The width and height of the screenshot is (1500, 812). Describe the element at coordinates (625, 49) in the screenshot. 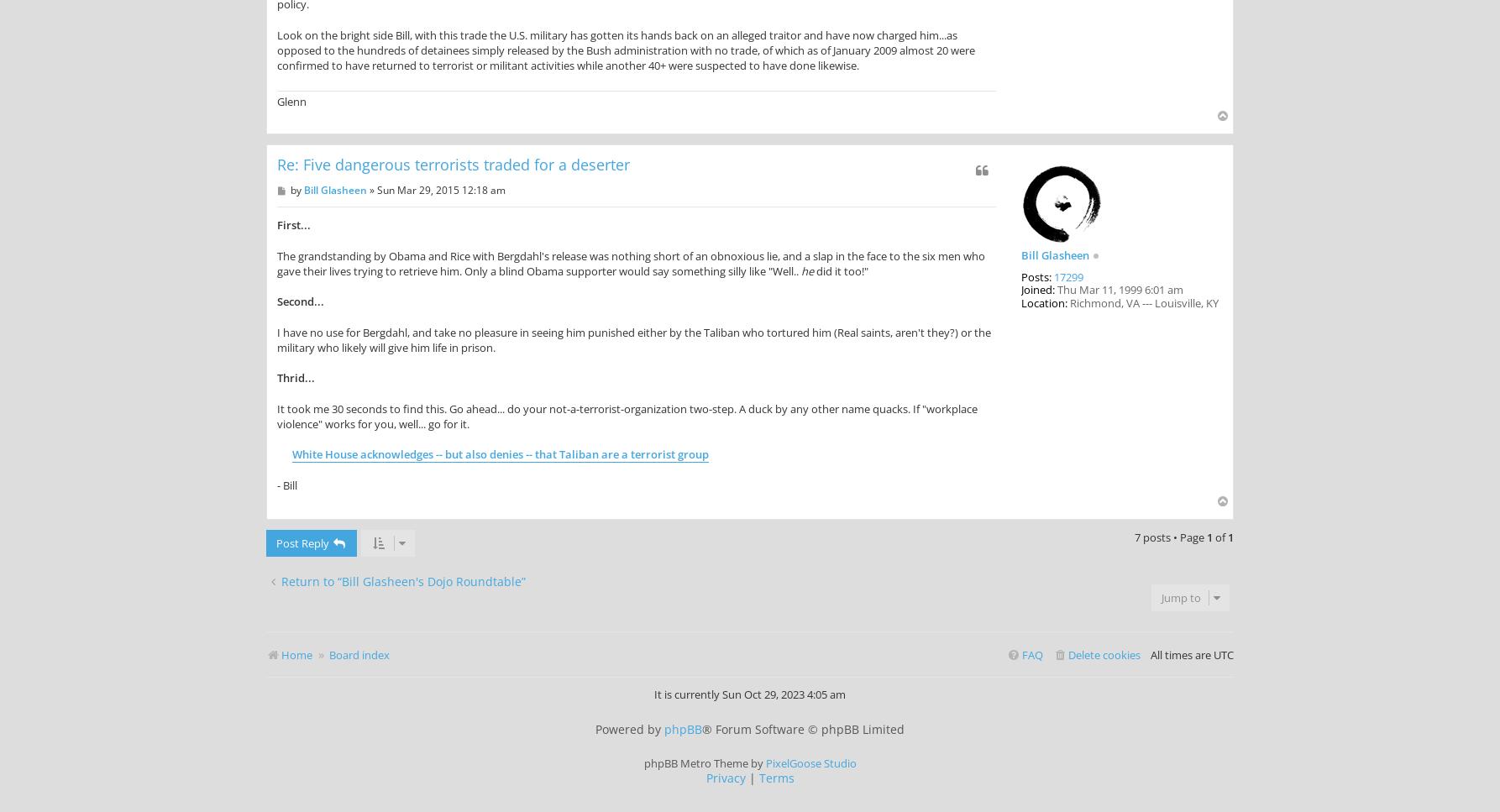

I see `'Look on the bright side Bill, with this trade the U.S. military has gotten its hands back on an alleged traitor and have now charged him...as opposed to the hundreds of detainees simply released by the Bush administration with no trade, of which as of January 2009 almost 20 were confirmed to have returned to terrorist or militant activities while another 40+ were suspected to have done likewise.'` at that location.